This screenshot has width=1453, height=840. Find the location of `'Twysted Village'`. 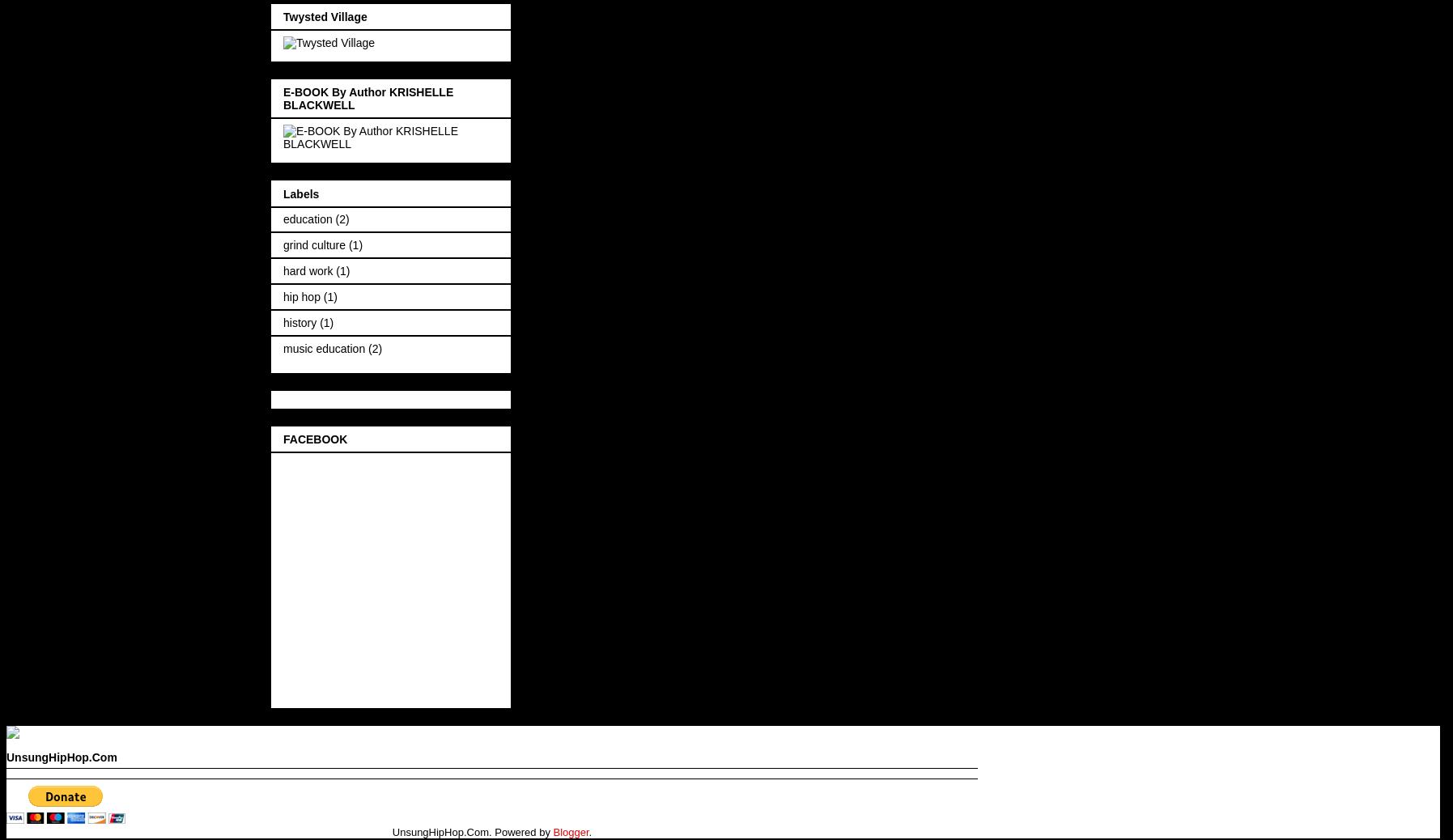

'Twysted Village' is located at coordinates (325, 15).